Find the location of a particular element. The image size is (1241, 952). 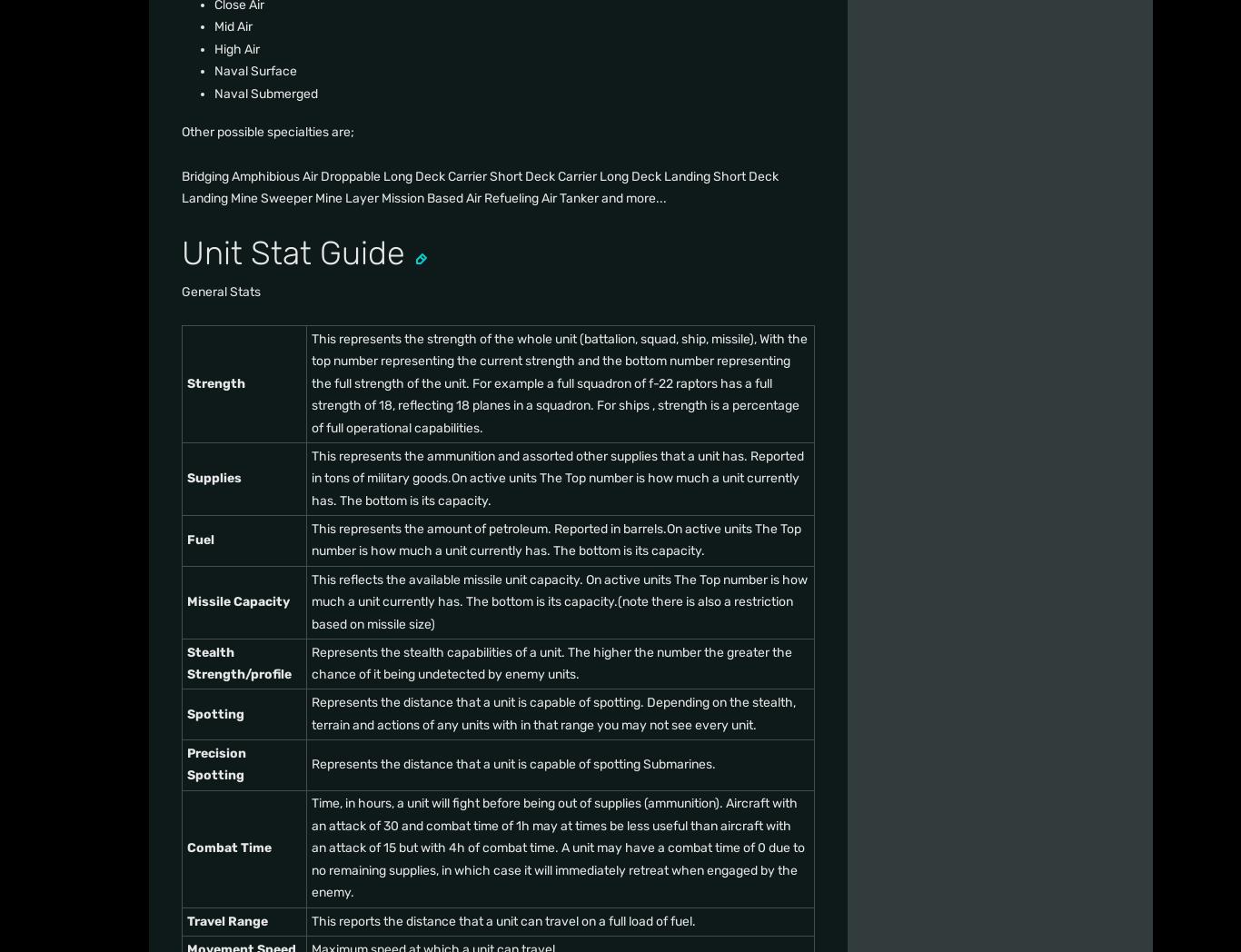

'Fandom' is located at coordinates (226, 280).